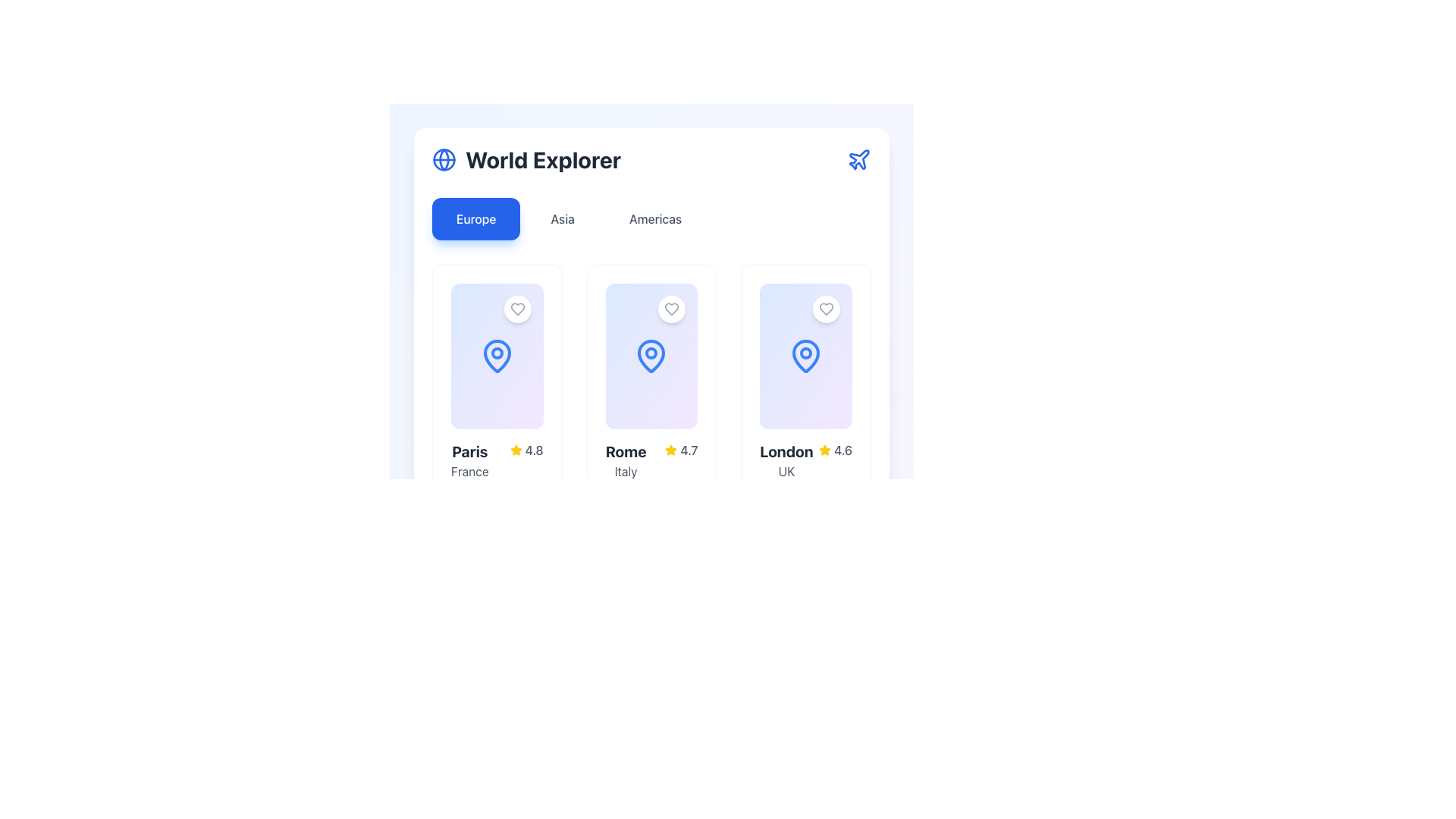  I want to click on the interactive button in the top-right corner of the 'Rome' card, so click(671, 309).